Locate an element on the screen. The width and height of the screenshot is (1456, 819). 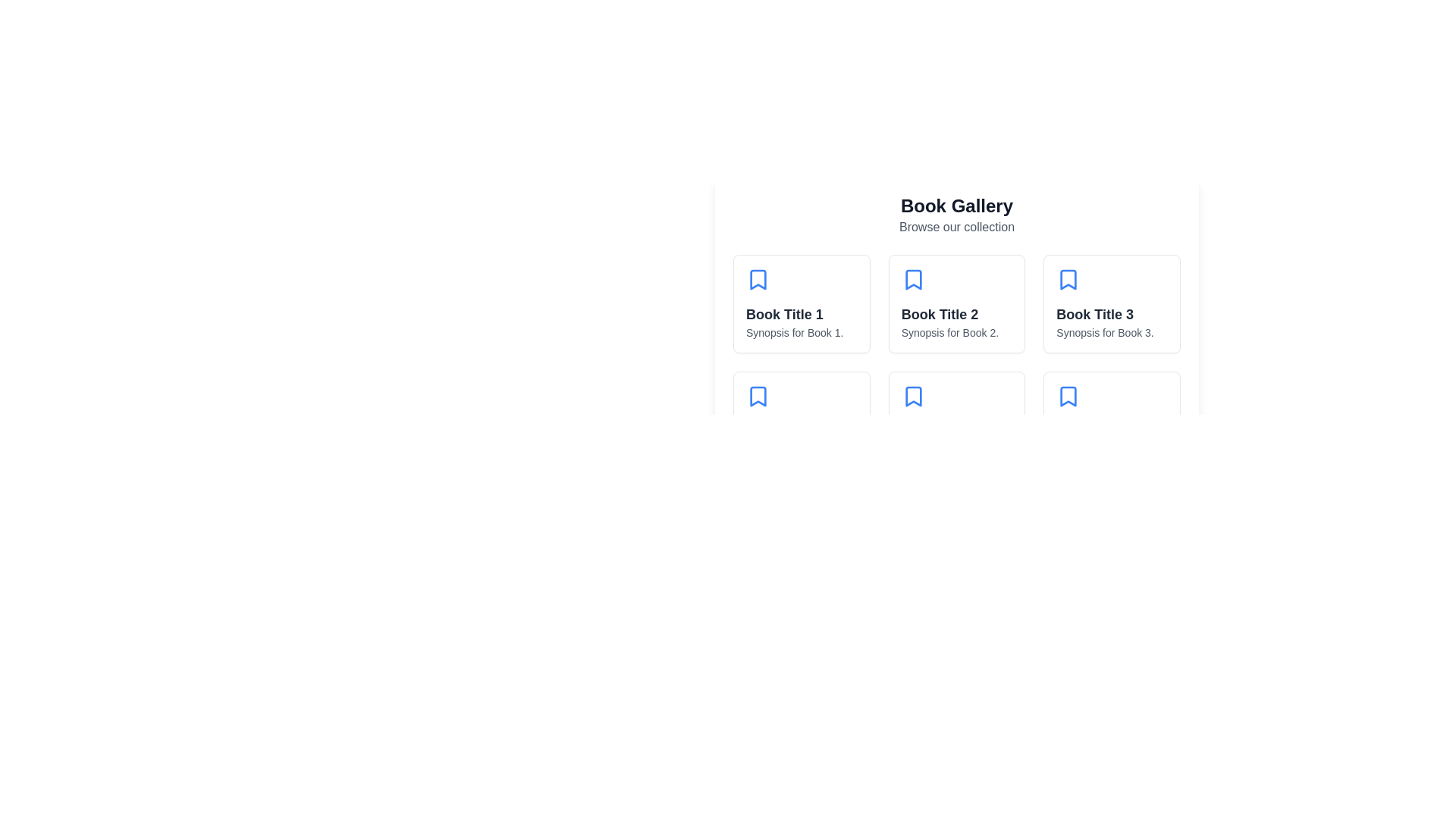
the bookmark icon located in the bottom right corner of the 'Book Title 3' card is located at coordinates (1068, 396).